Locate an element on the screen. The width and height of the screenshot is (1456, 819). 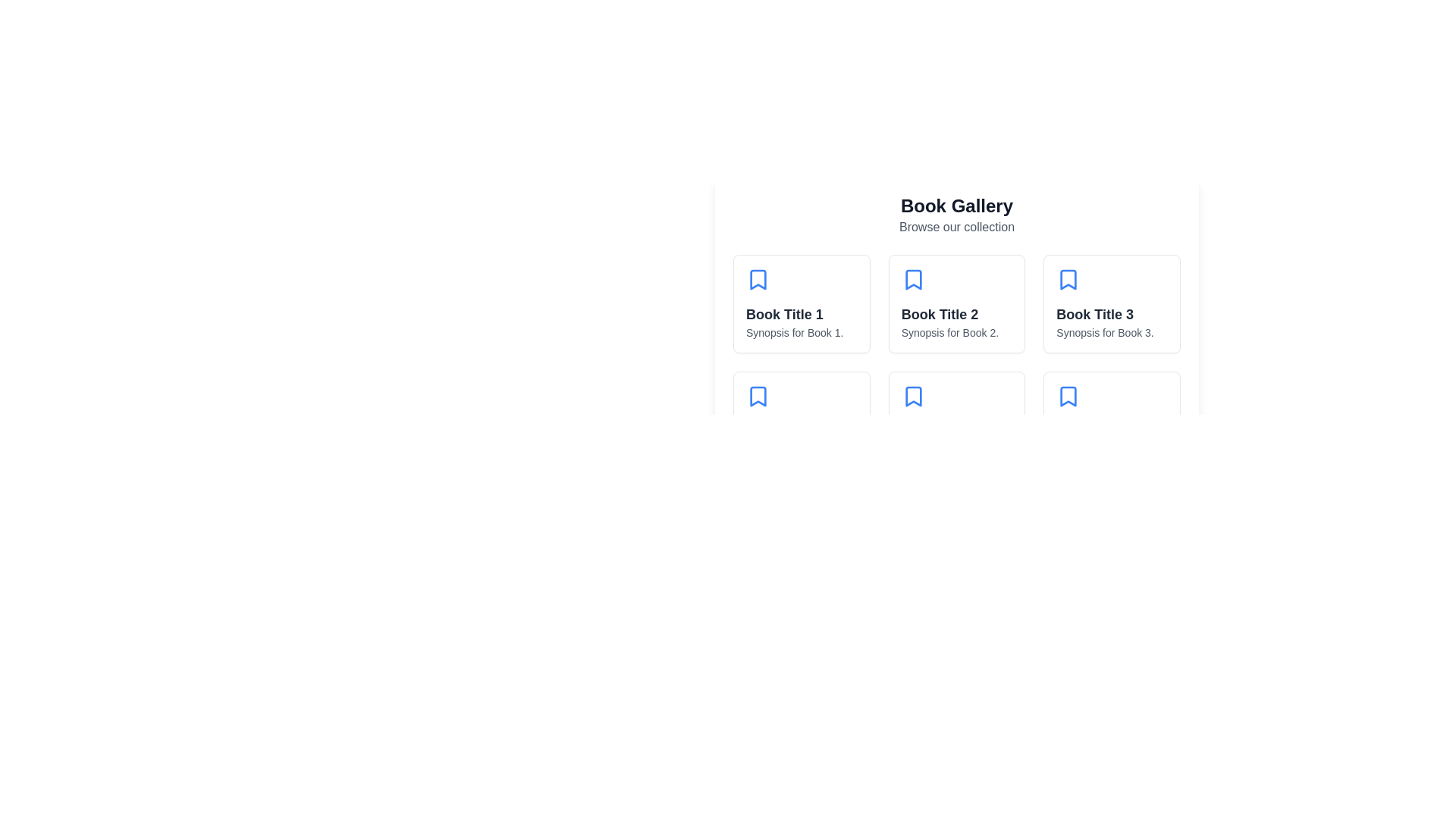
the bookmark icon located in the bottom right corner of the 'Book Title 3' card is located at coordinates (1068, 396).